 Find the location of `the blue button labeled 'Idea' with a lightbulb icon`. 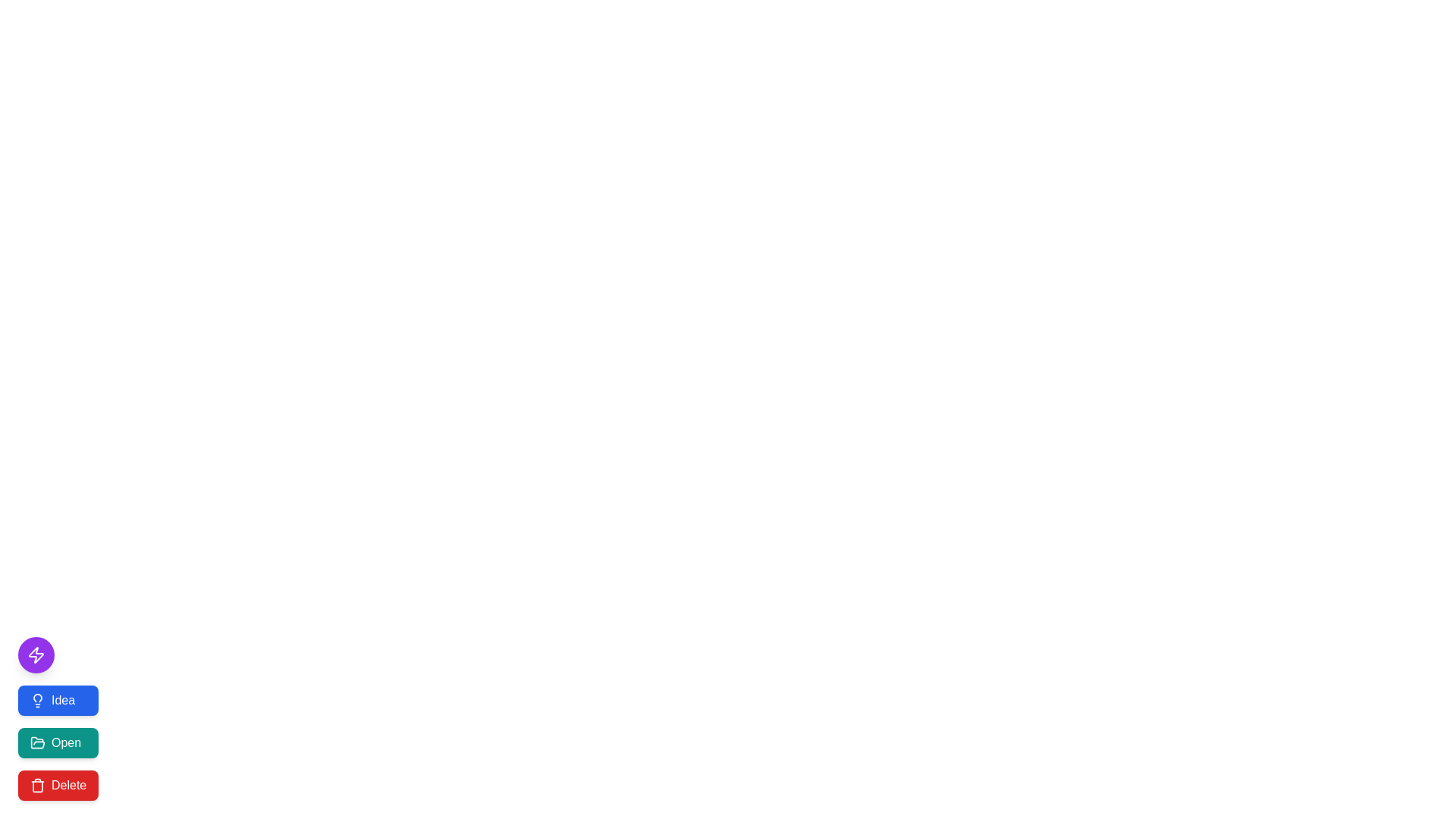

the blue button labeled 'Idea' with a lightbulb icon is located at coordinates (58, 701).